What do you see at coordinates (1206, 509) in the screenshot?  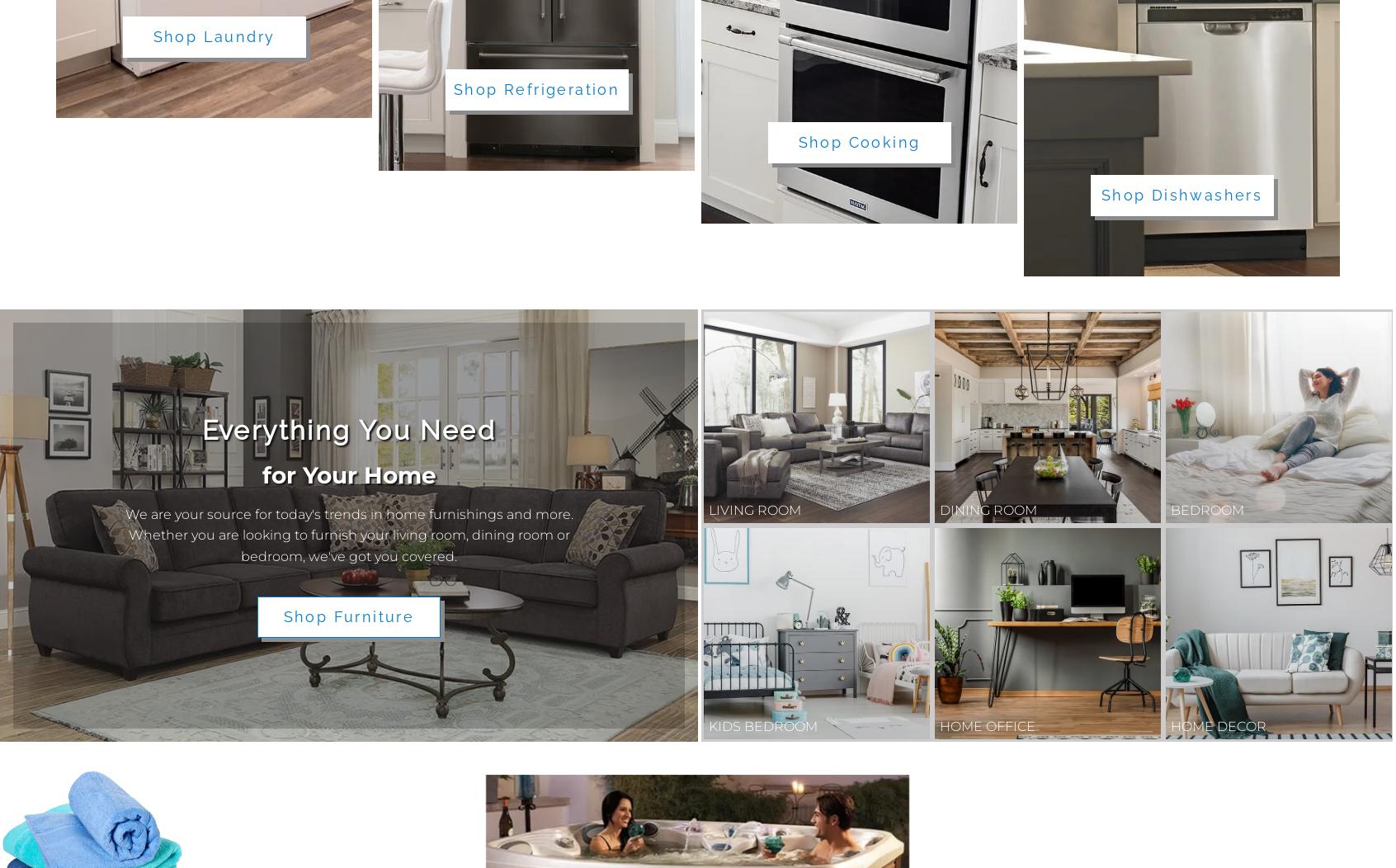 I see `'Bedroom'` at bounding box center [1206, 509].